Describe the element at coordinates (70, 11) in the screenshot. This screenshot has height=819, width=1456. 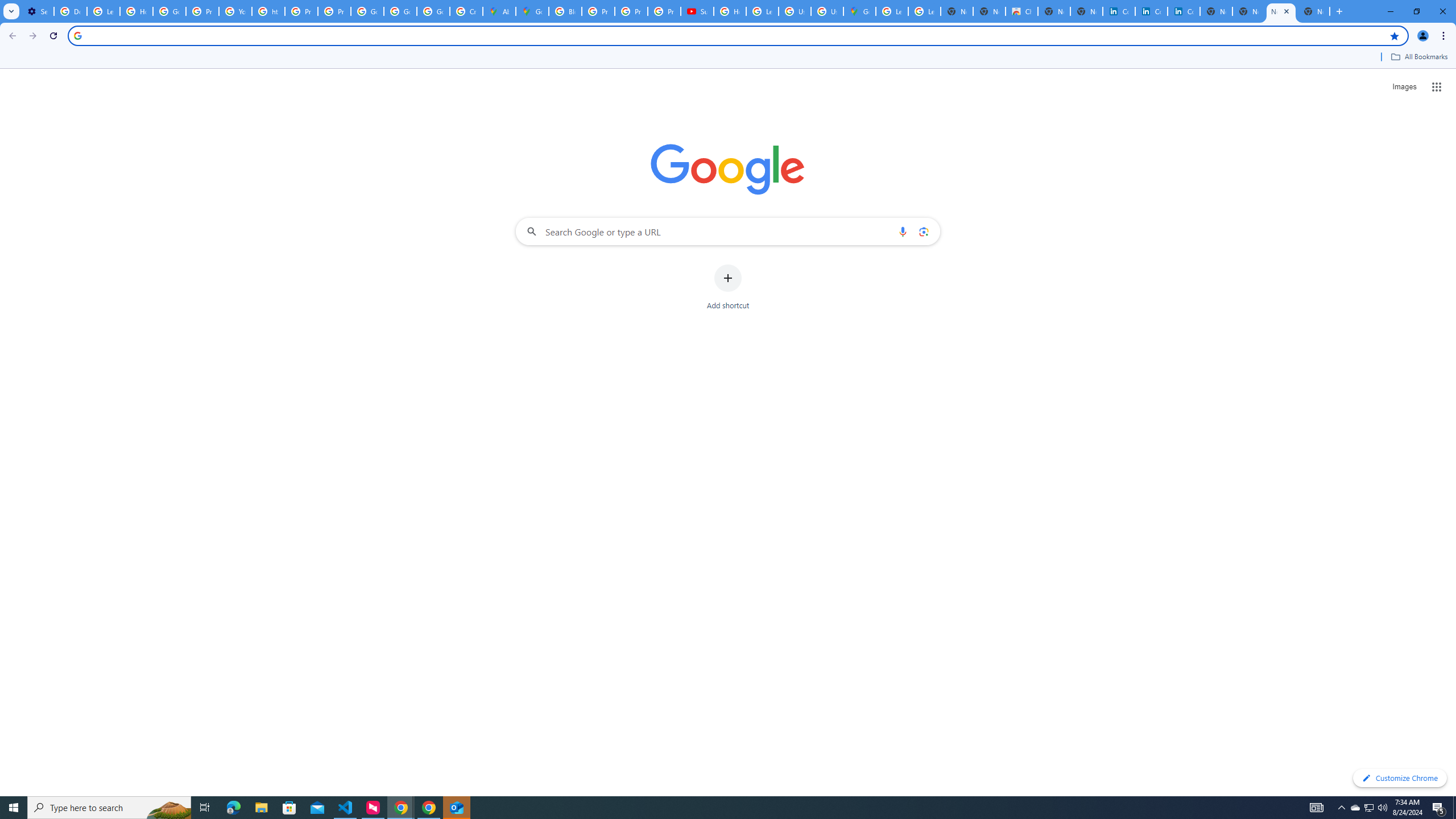
I see `'Delete photos & videos - Computer - Google Photos Help'` at that location.